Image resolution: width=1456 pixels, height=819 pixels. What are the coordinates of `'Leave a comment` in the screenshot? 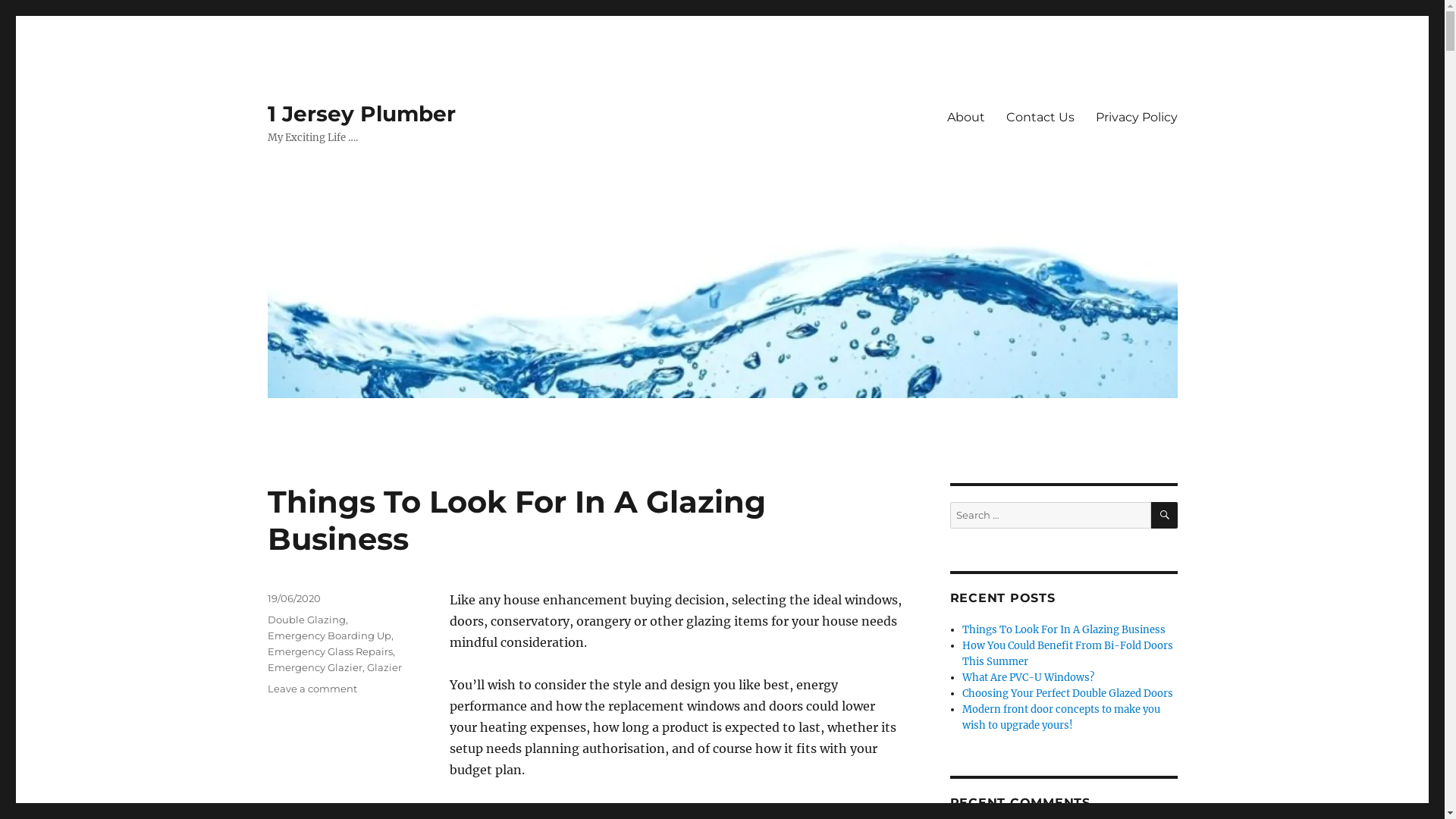 It's located at (311, 688).